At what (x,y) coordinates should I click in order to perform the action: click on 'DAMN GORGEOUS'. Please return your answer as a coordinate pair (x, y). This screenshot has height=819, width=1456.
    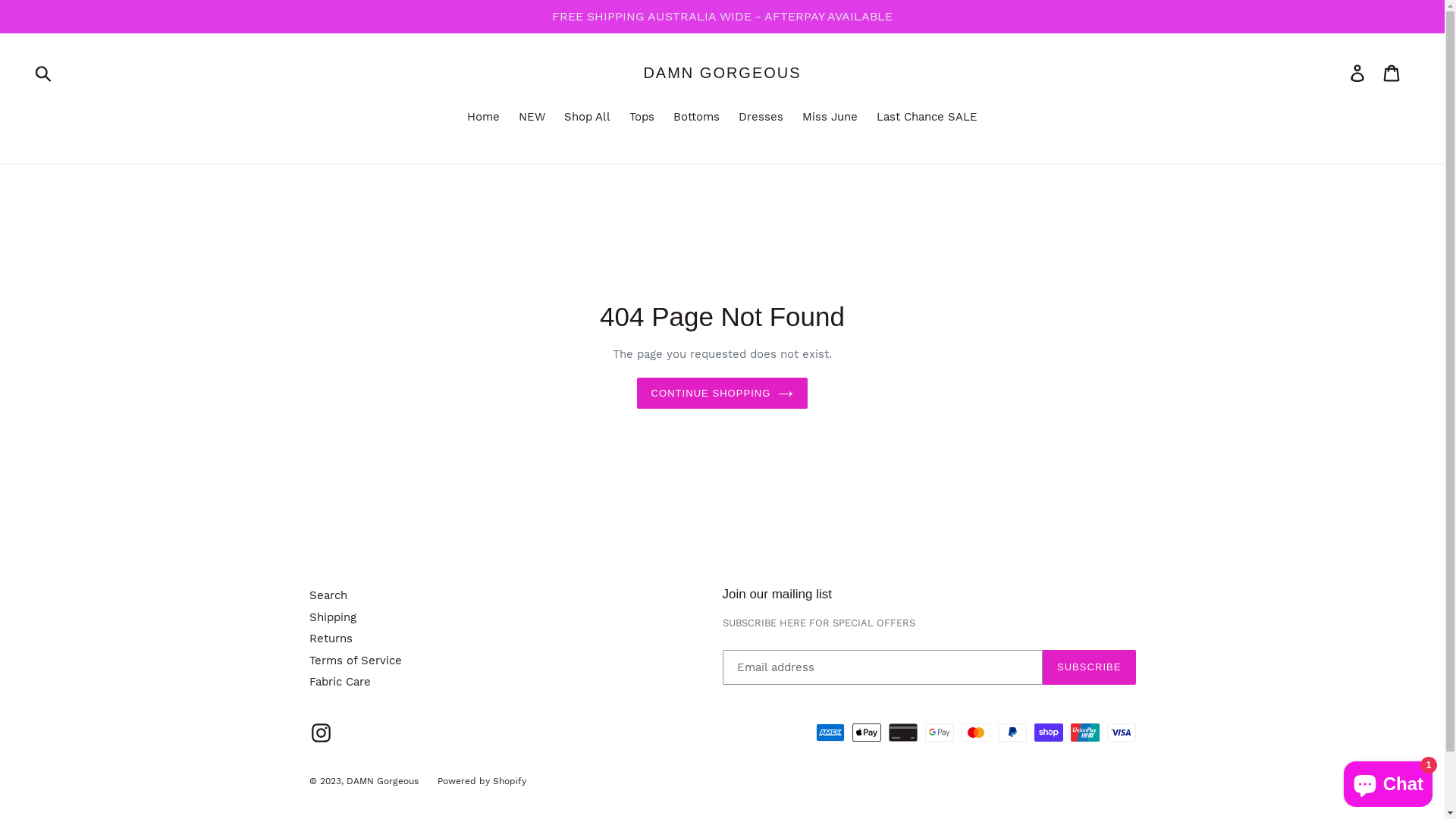
    Looking at the image, I should click on (720, 73).